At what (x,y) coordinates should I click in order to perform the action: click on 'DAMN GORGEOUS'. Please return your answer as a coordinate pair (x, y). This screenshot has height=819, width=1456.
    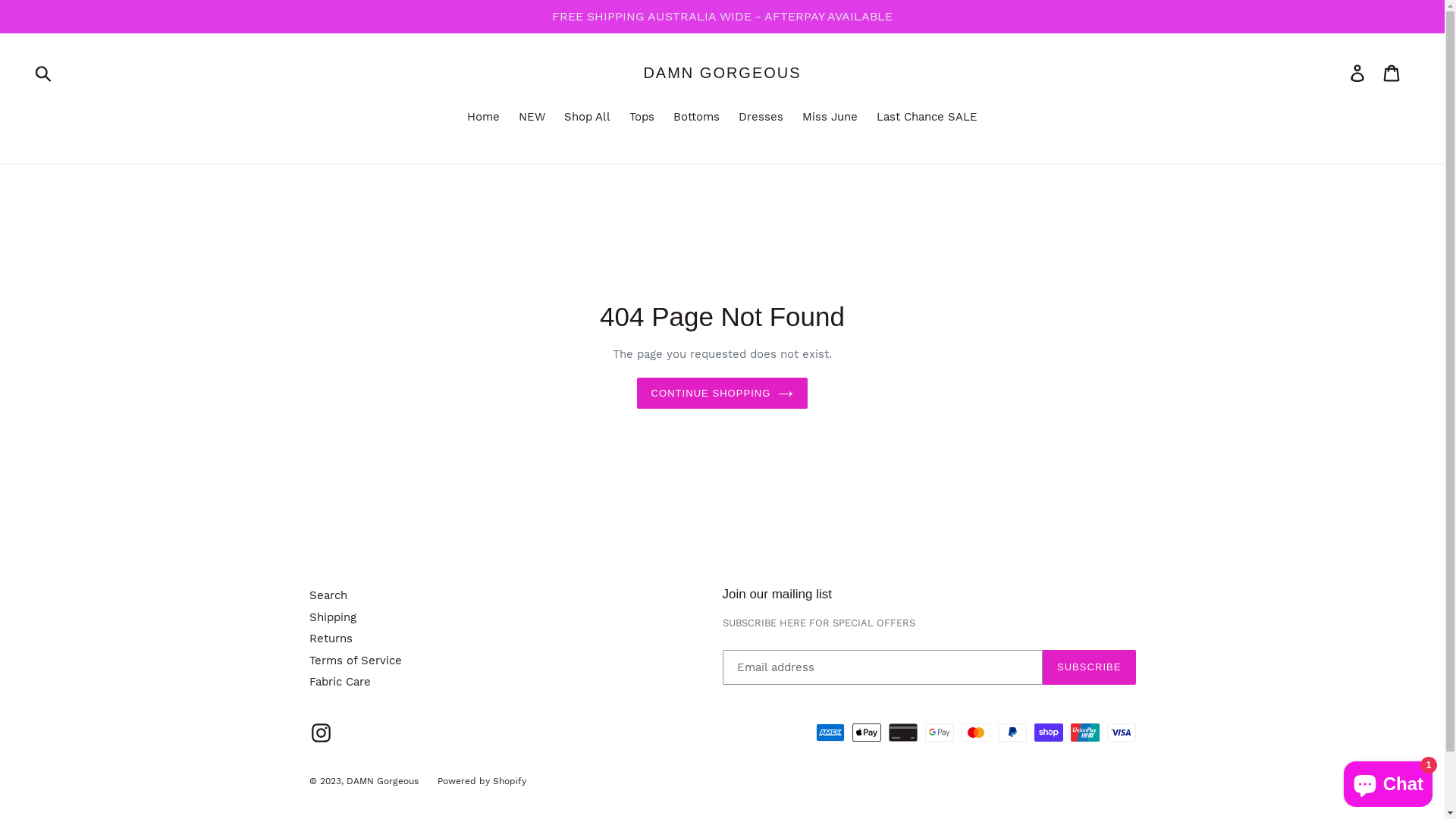
    Looking at the image, I should click on (720, 73).